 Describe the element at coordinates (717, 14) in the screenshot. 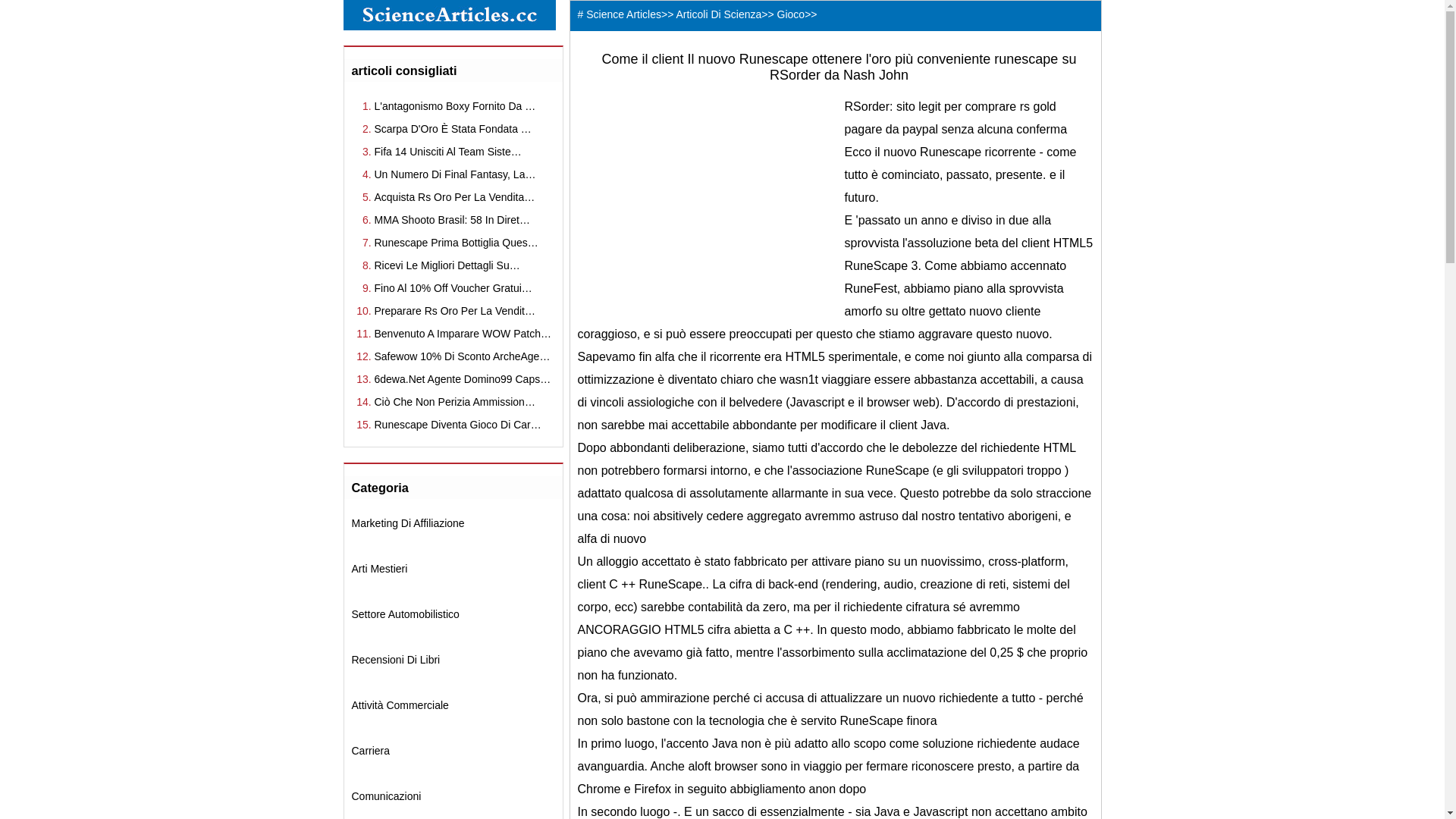

I see `'Articoli Di Scienza'` at that location.